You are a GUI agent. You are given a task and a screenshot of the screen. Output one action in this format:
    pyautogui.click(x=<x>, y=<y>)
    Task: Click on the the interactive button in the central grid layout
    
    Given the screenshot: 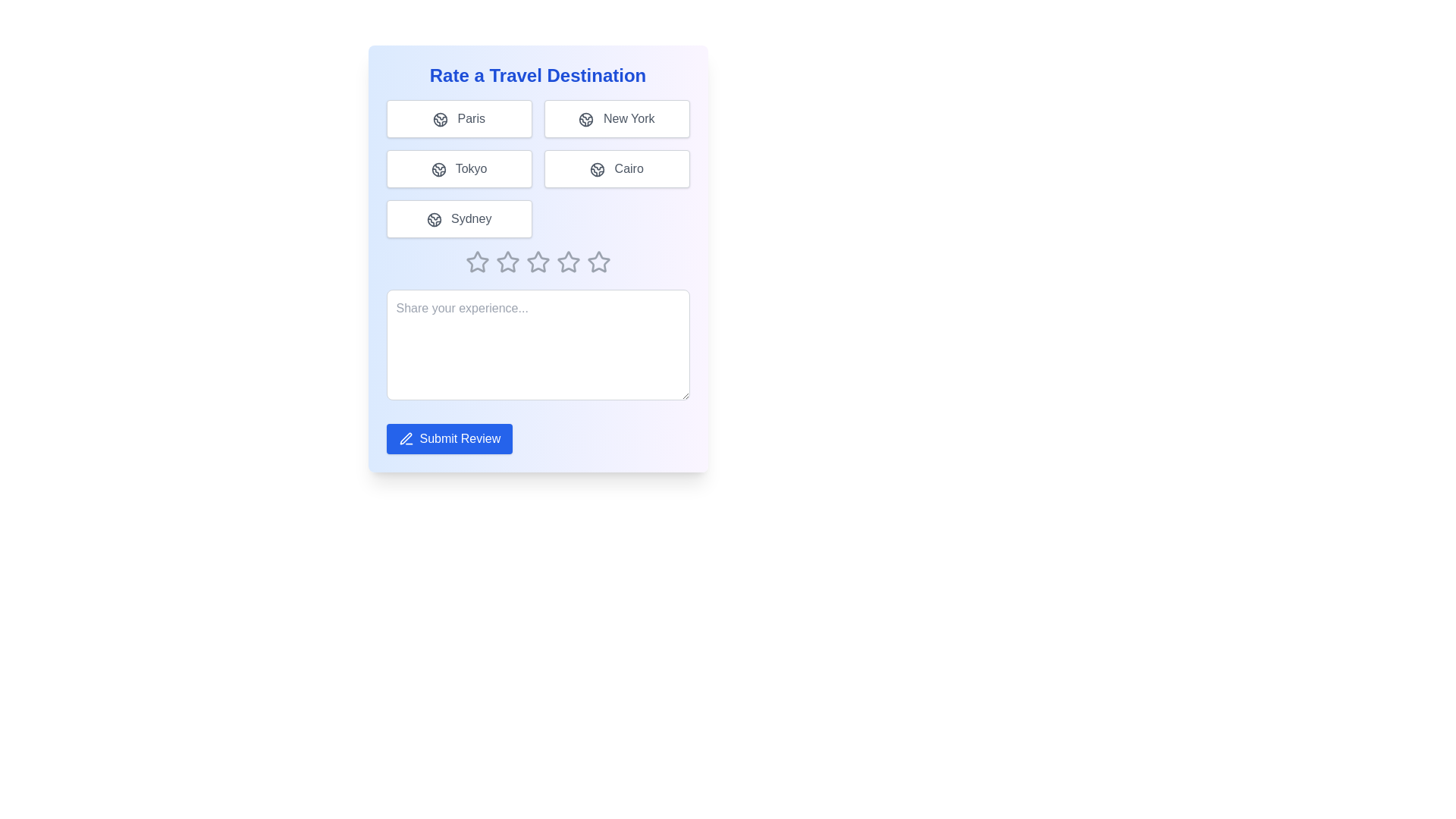 What is the action you would take?
    pyautogui.click(x=538, y=169)
    